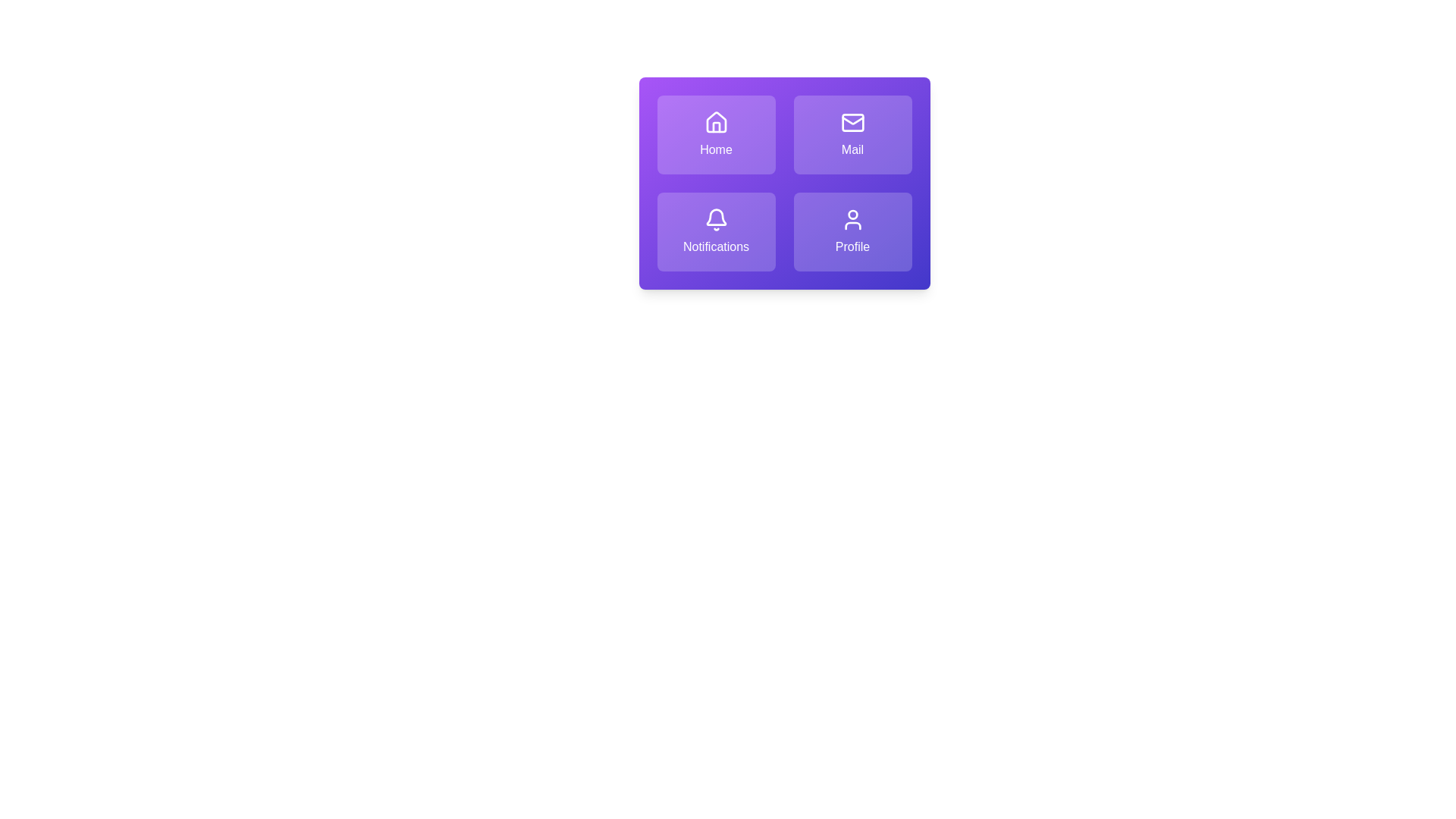  What do you see at coordinates (715, 231) in the screenshot?
I see `the tile labeled Notifications to observe its hover effect` at bounding box center [715, 231].